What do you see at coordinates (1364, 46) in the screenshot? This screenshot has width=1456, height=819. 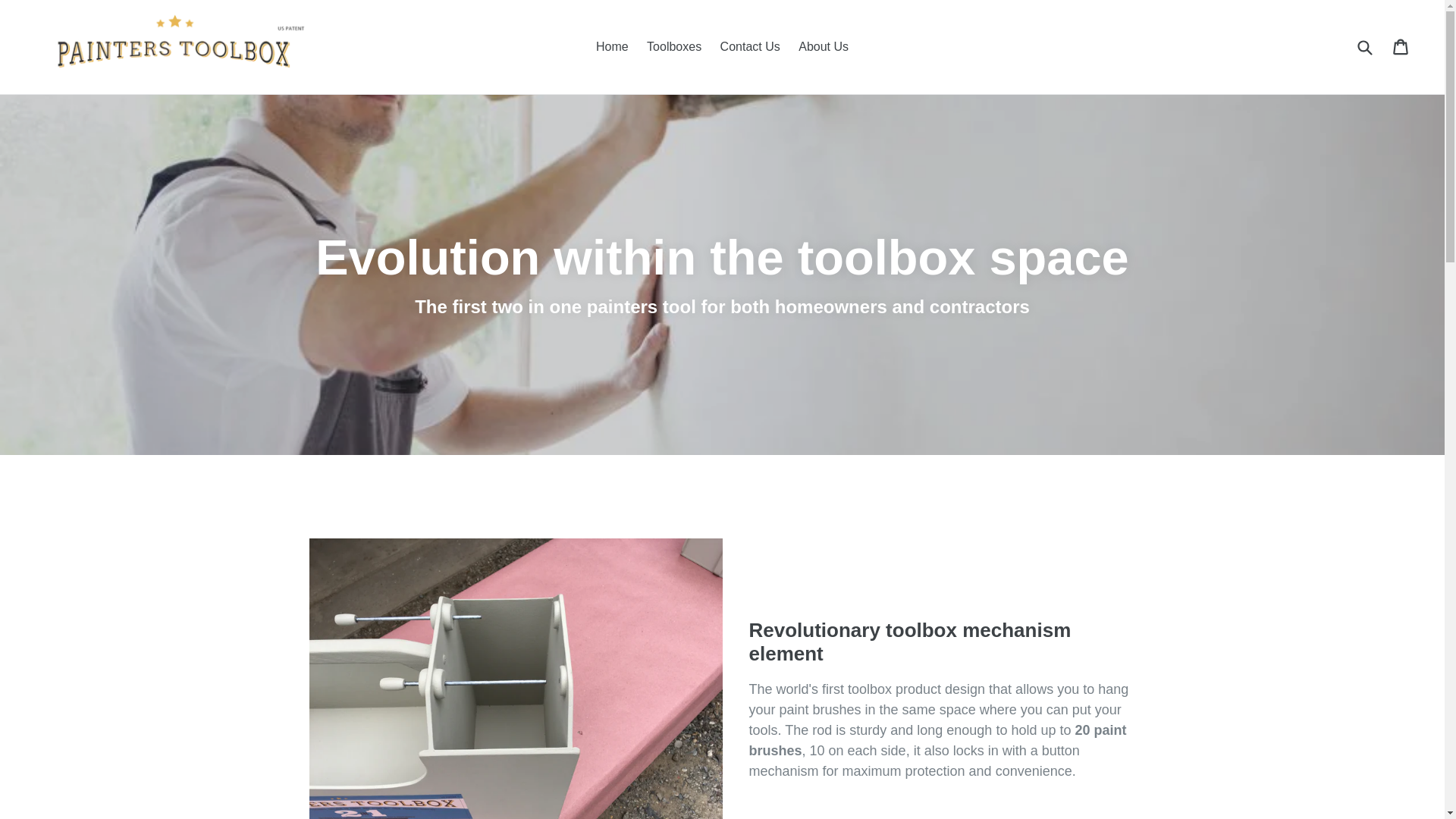 I see `'Submit'` at bounding box center [1364, 46].